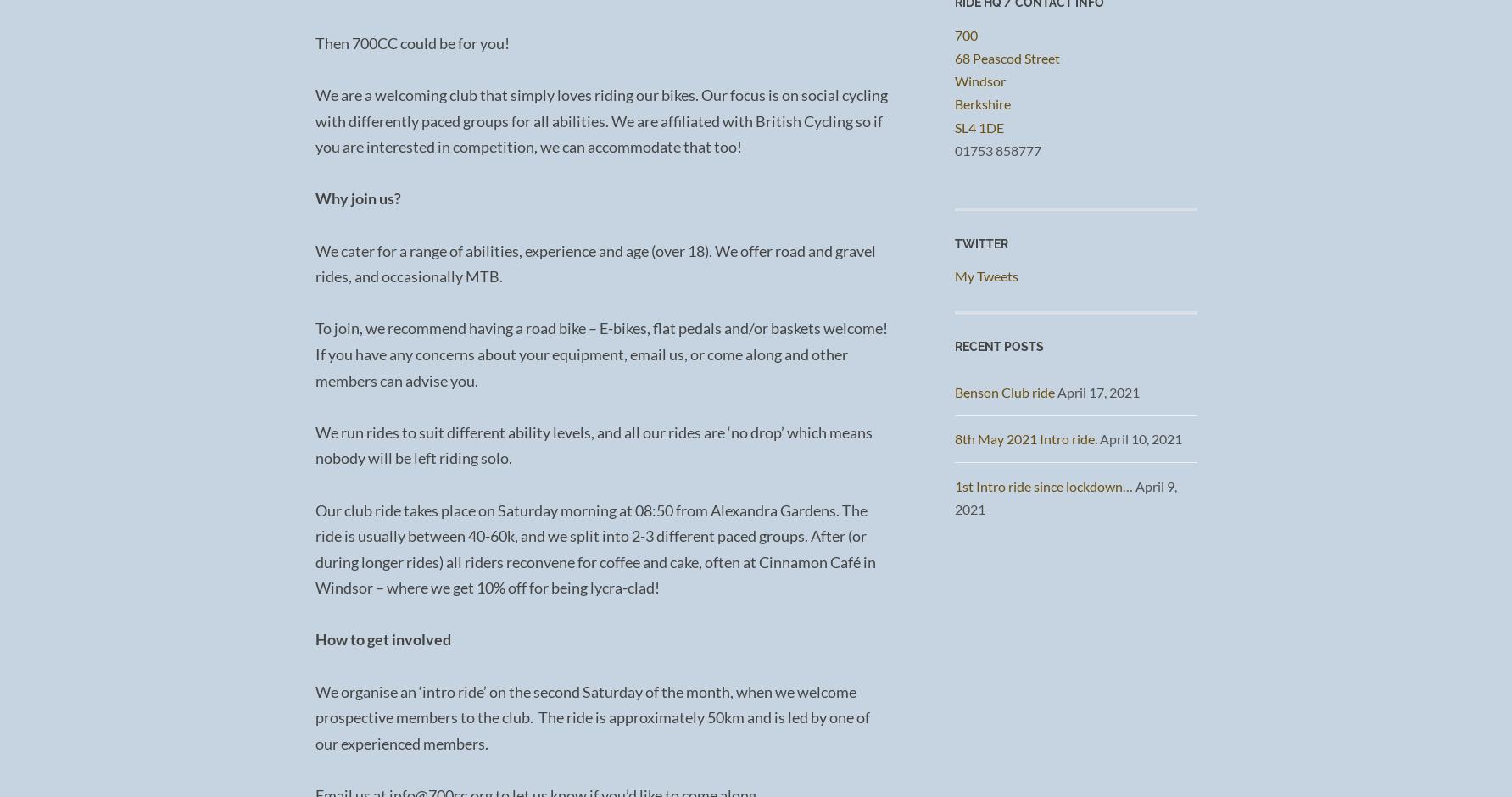 The image size is (1512, 797). What do you see at coordinates (600, 354) in the screenshot?
I see `'To join, we recommend having a road bike – E-bikes, flat pedals and/or baskets welcome! If you have any concerns about your equipment, email us, or come along and other members can advise you.'` at bounding box center [600, 354].